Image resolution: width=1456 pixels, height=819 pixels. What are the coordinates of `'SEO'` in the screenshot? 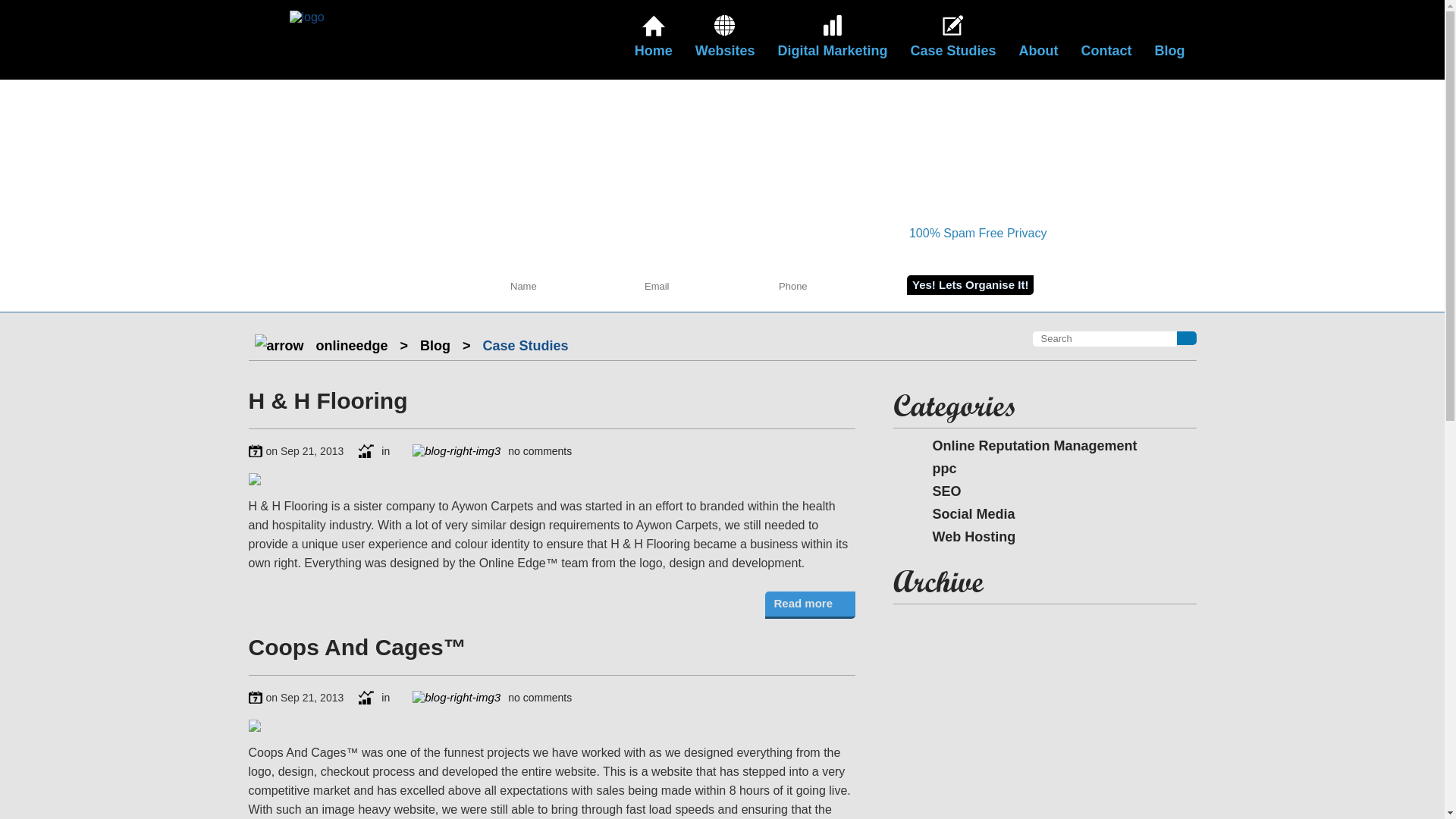 It's located at (934, 491).